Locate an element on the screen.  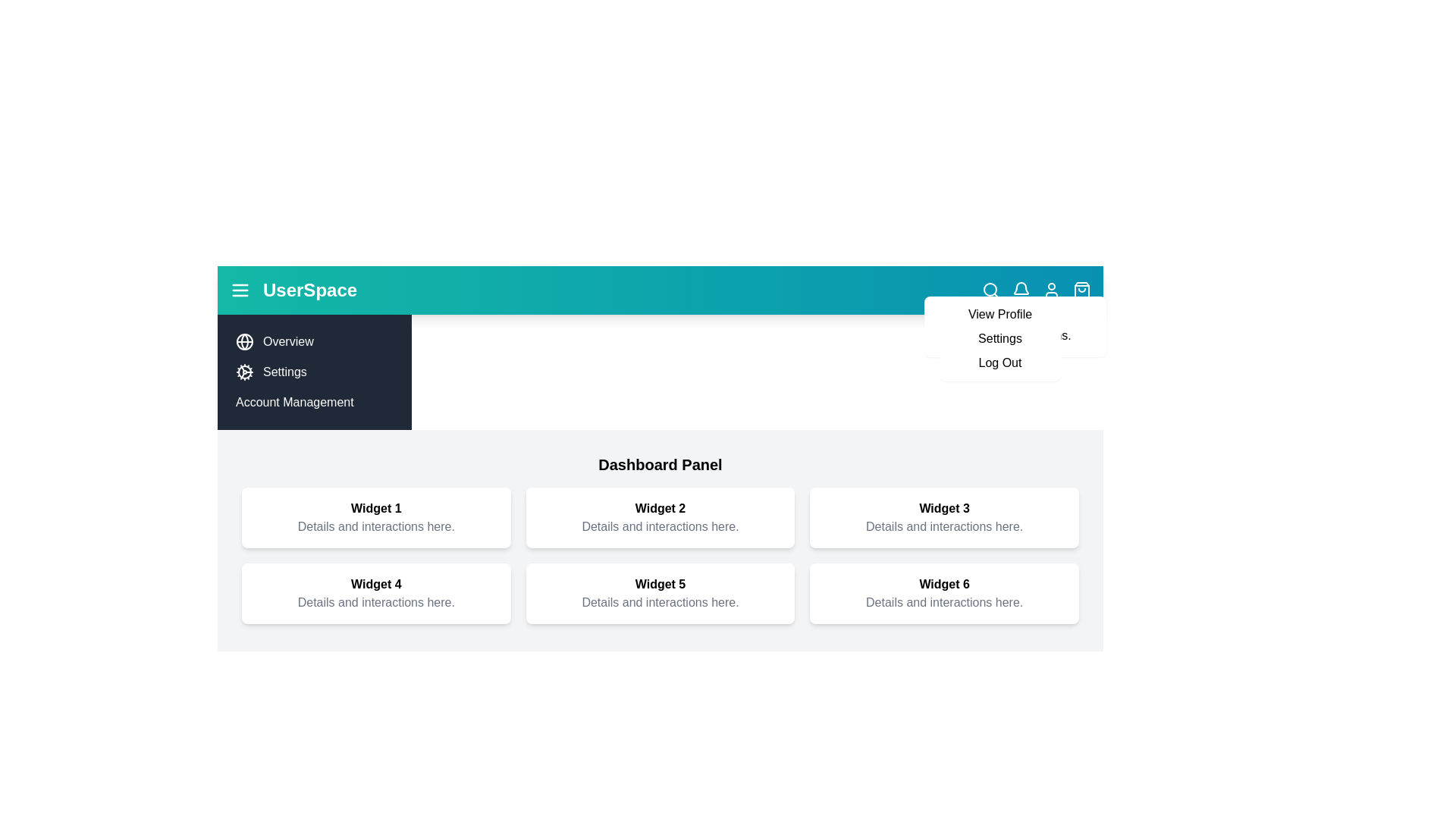
the text label that identifies the card as 'Widget 4', positioned in the second row of the 3x2 grid layout under the 'Dashboard Panel' is located at coordinates (376, 584).